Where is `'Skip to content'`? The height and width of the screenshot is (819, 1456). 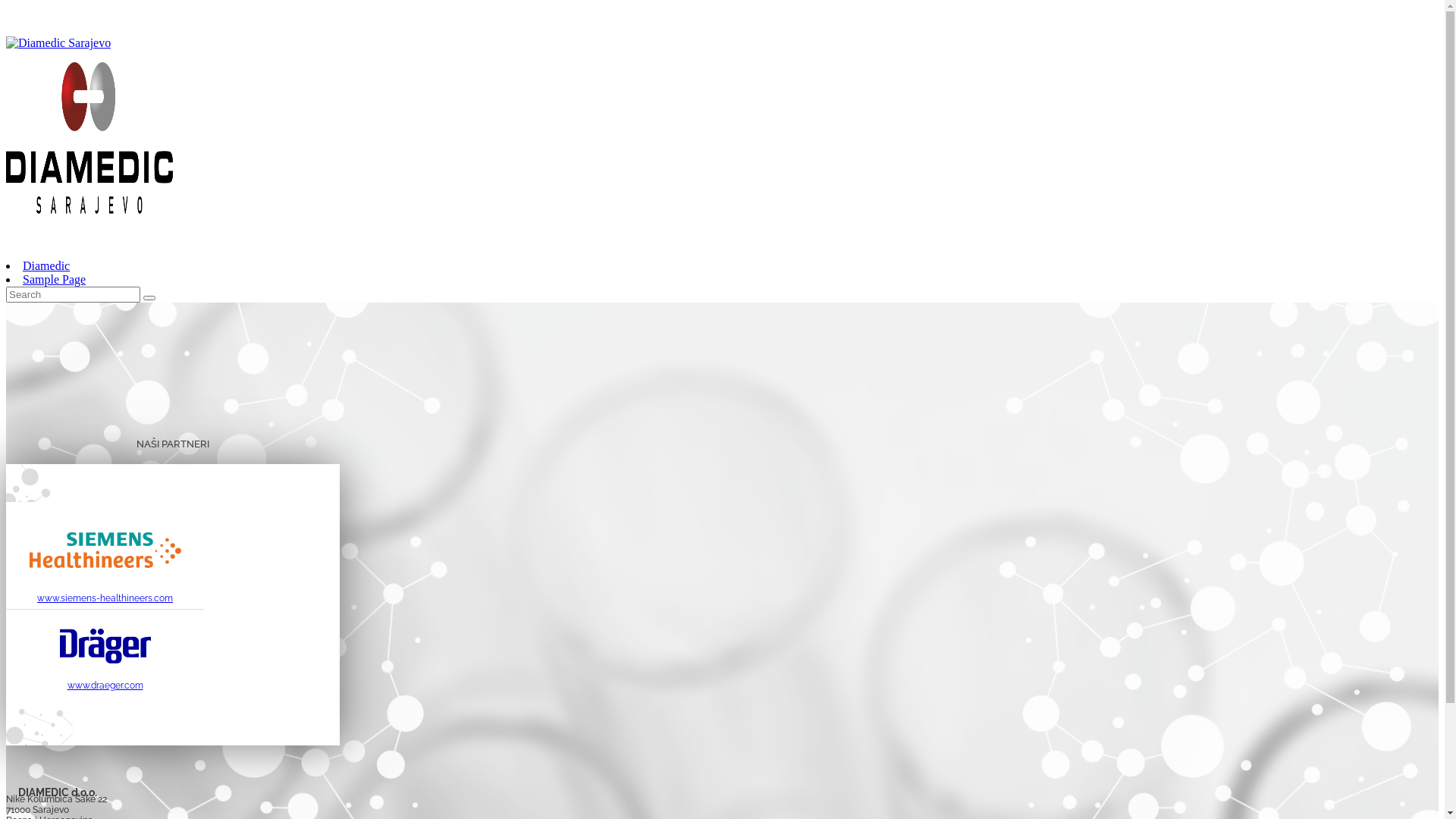 'Skip to content' is located at coordinates (5, 5).